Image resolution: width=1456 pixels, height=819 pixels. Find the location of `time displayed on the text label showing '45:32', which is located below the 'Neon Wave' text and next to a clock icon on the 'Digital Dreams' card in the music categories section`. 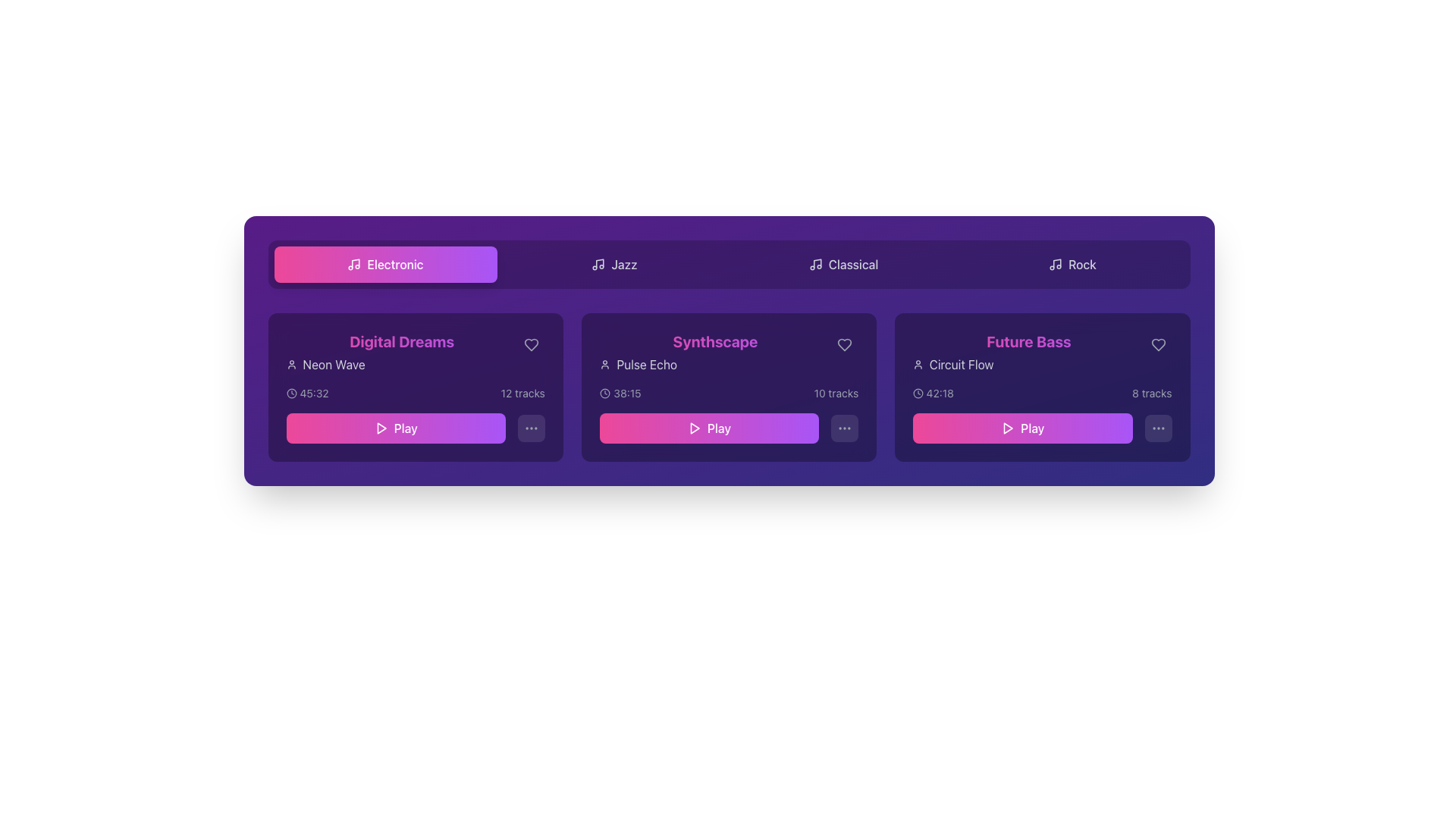

time displayed on the text label showing '45:32', which is located below the 'Neon Wave' text and next to a clock icon on the 'Digital Dreams' card in the music categories section is located at coordinates (313, 393).